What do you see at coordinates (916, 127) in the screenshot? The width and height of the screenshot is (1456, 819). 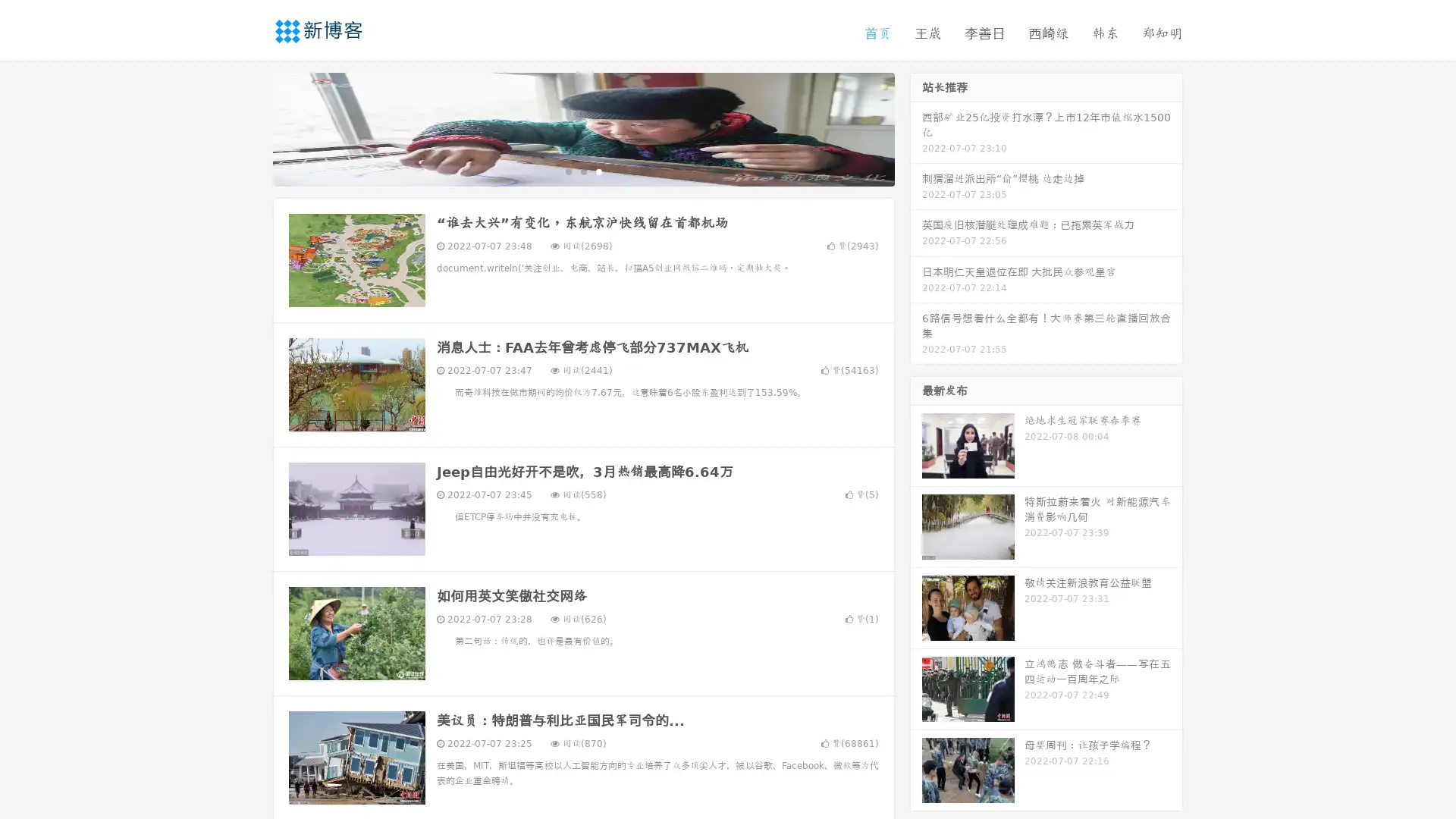 I see `Next slide` at bounding box center [916, 127].